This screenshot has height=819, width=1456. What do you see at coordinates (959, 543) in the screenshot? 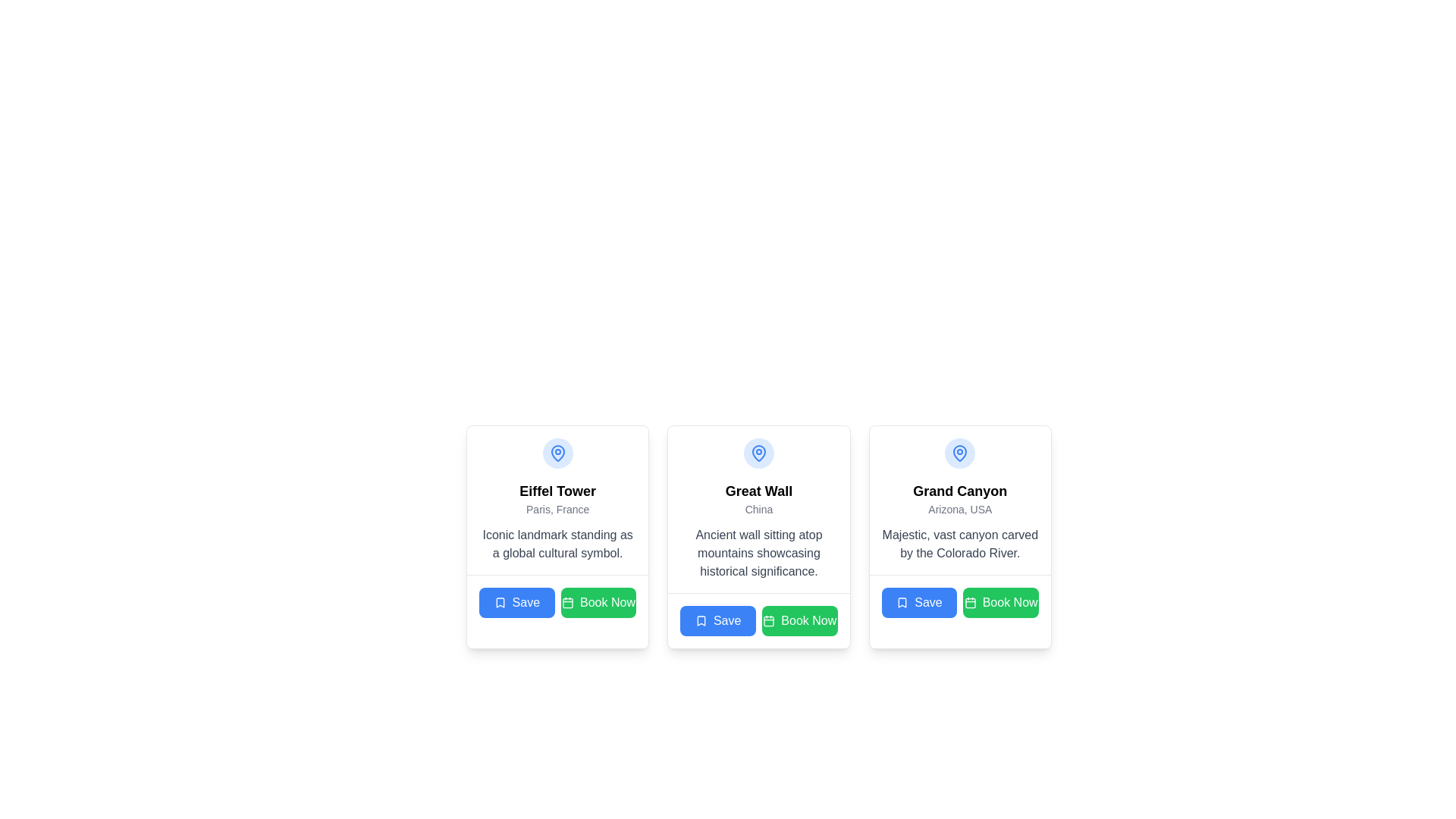
I see `descriptive text label located at the bottom of the card titled 'Grand Canyon', which provides information about the location 'Arizona, USA'` at bounding box center [959, 543].